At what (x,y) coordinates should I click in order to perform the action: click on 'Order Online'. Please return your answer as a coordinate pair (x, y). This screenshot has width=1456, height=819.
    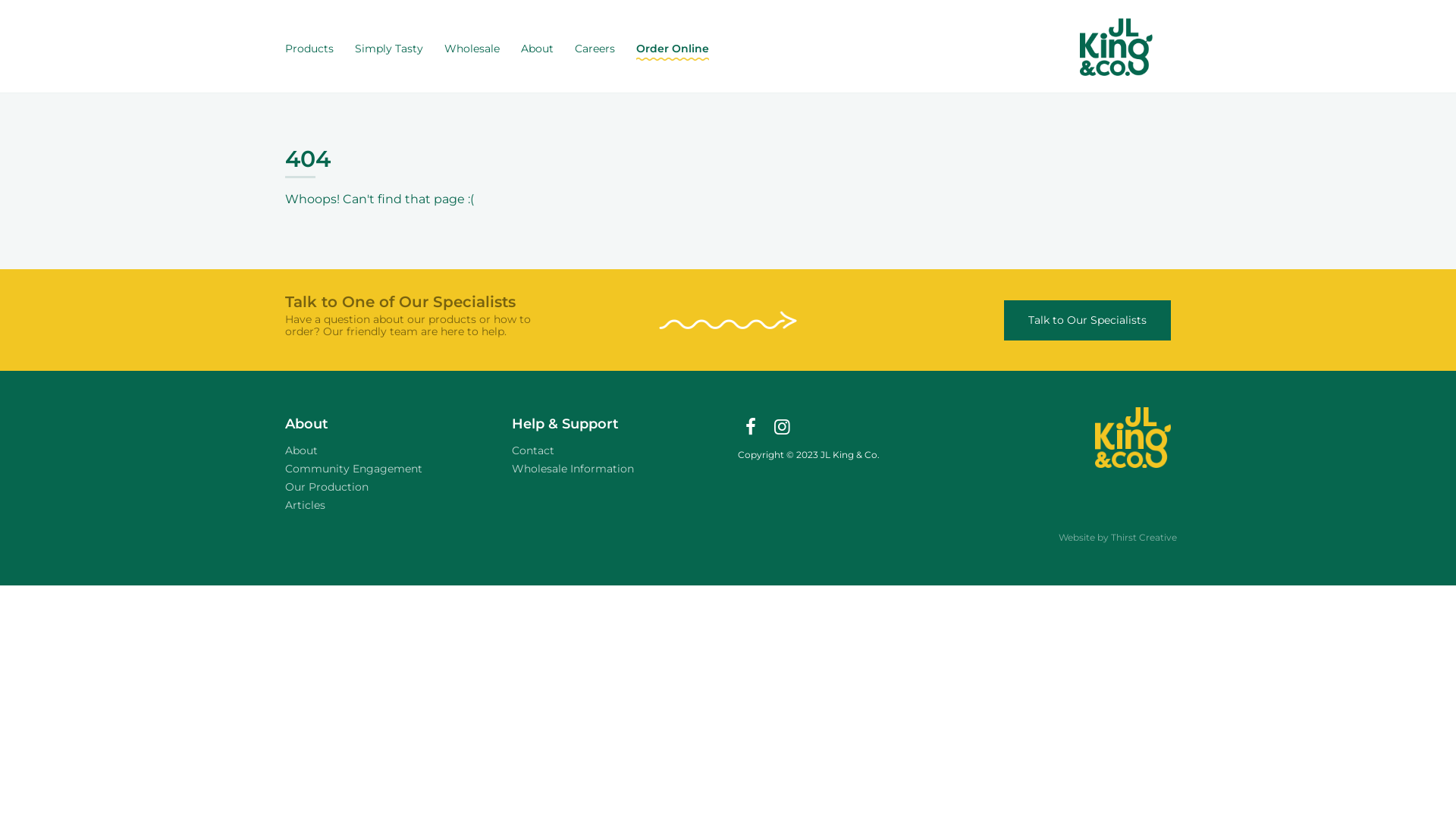
    Looking at the image, I should click on (672, 48).